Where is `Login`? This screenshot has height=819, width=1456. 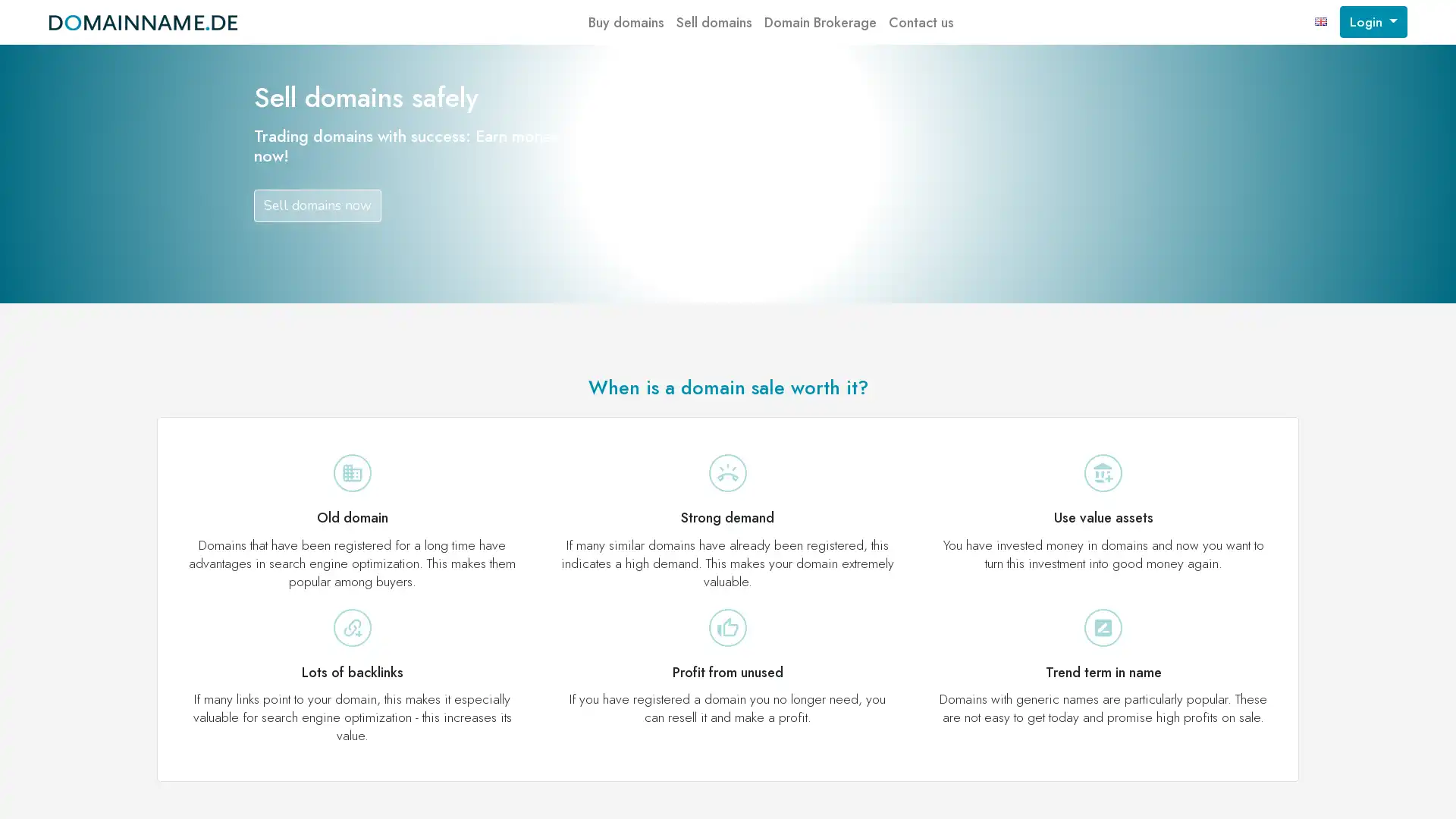 Login is located at coordinates (1373, 22).